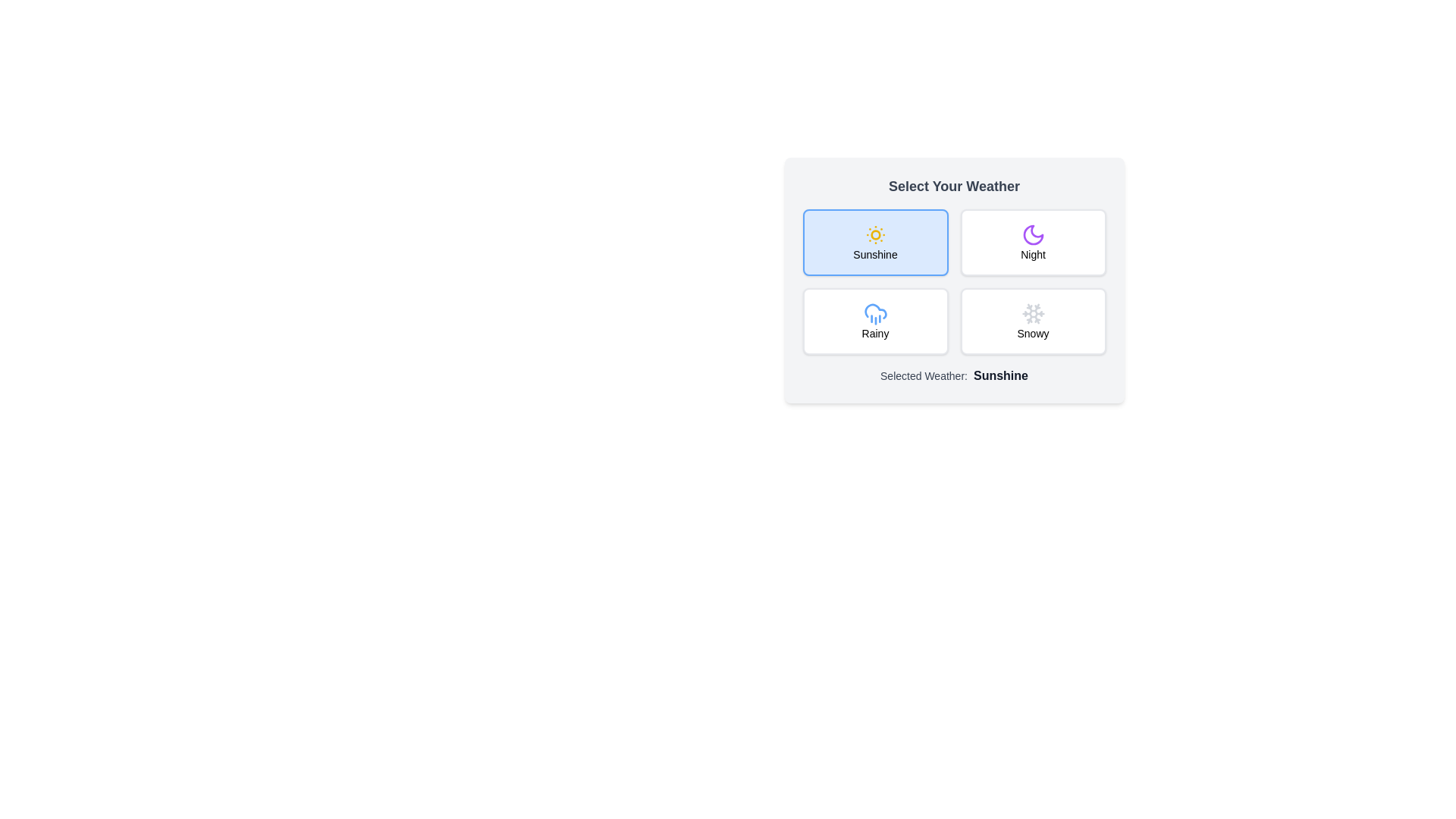 The width and height of the screenshot is (1456, 819). What do you see at coordinates (875, 321) in the screenshot?
I see `the weather option Rainy by clicking its respective button` at bounding box center [875, 321].